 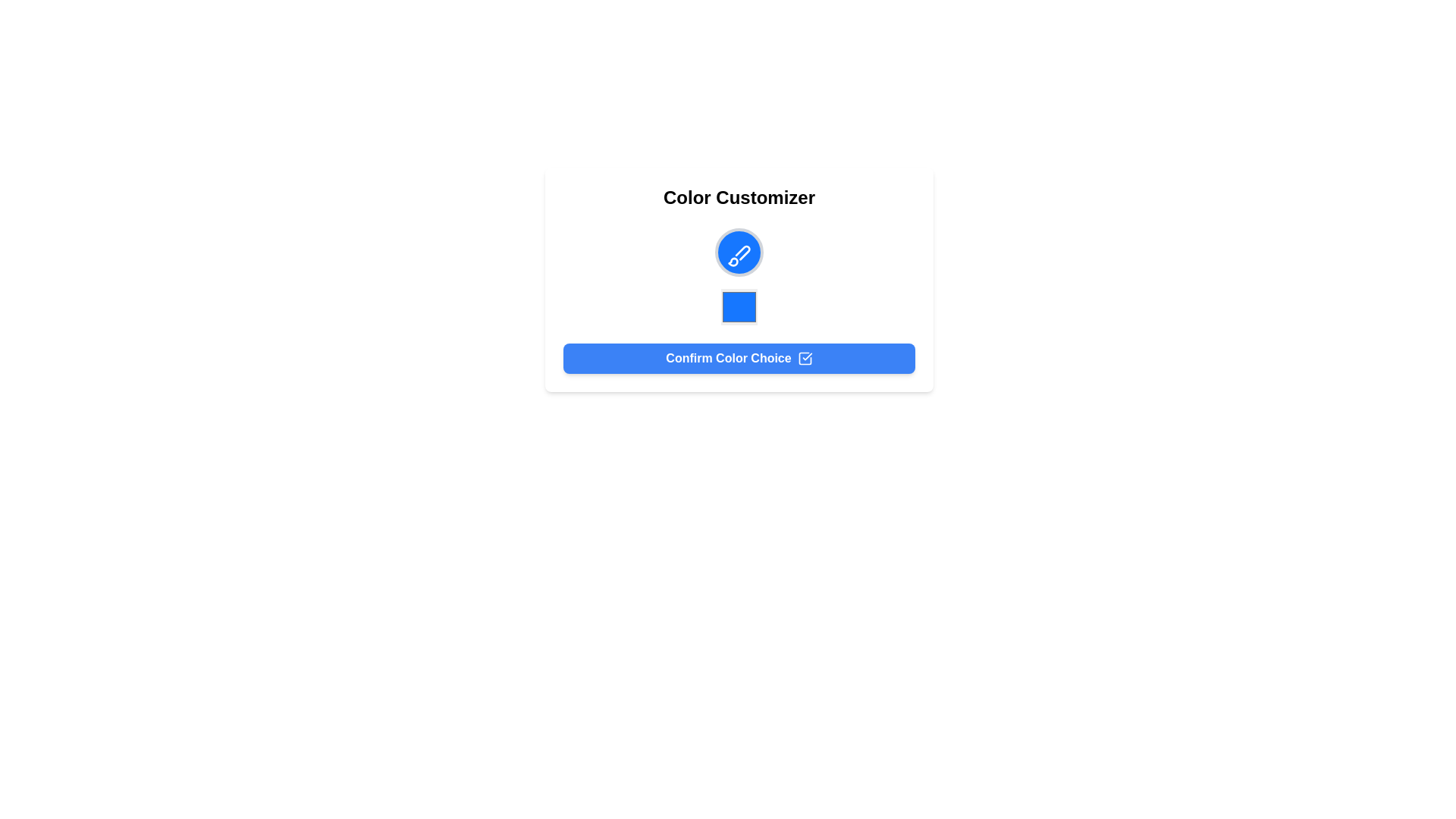 What do you see at coordinates (739, 277) in the screenshot?
I see `the color picker square of the composite color picker component located in the 'Color Customizer' section` at bounding box center [739, 277].